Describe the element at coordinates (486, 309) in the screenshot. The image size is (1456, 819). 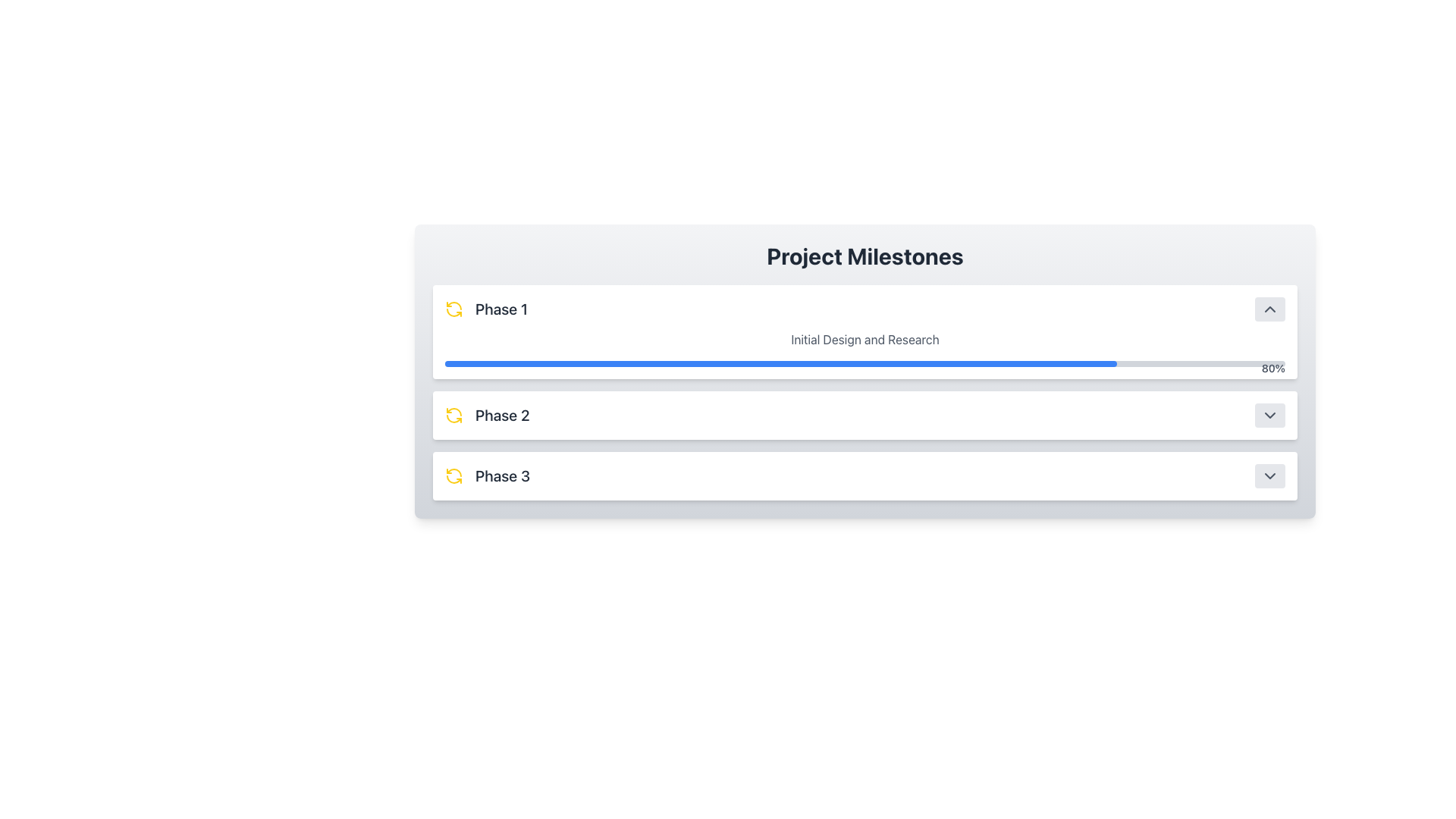
I see `the 'Phase 1' text label with an icon, which is positioned at the top of the vertical list of project phases` at that location.